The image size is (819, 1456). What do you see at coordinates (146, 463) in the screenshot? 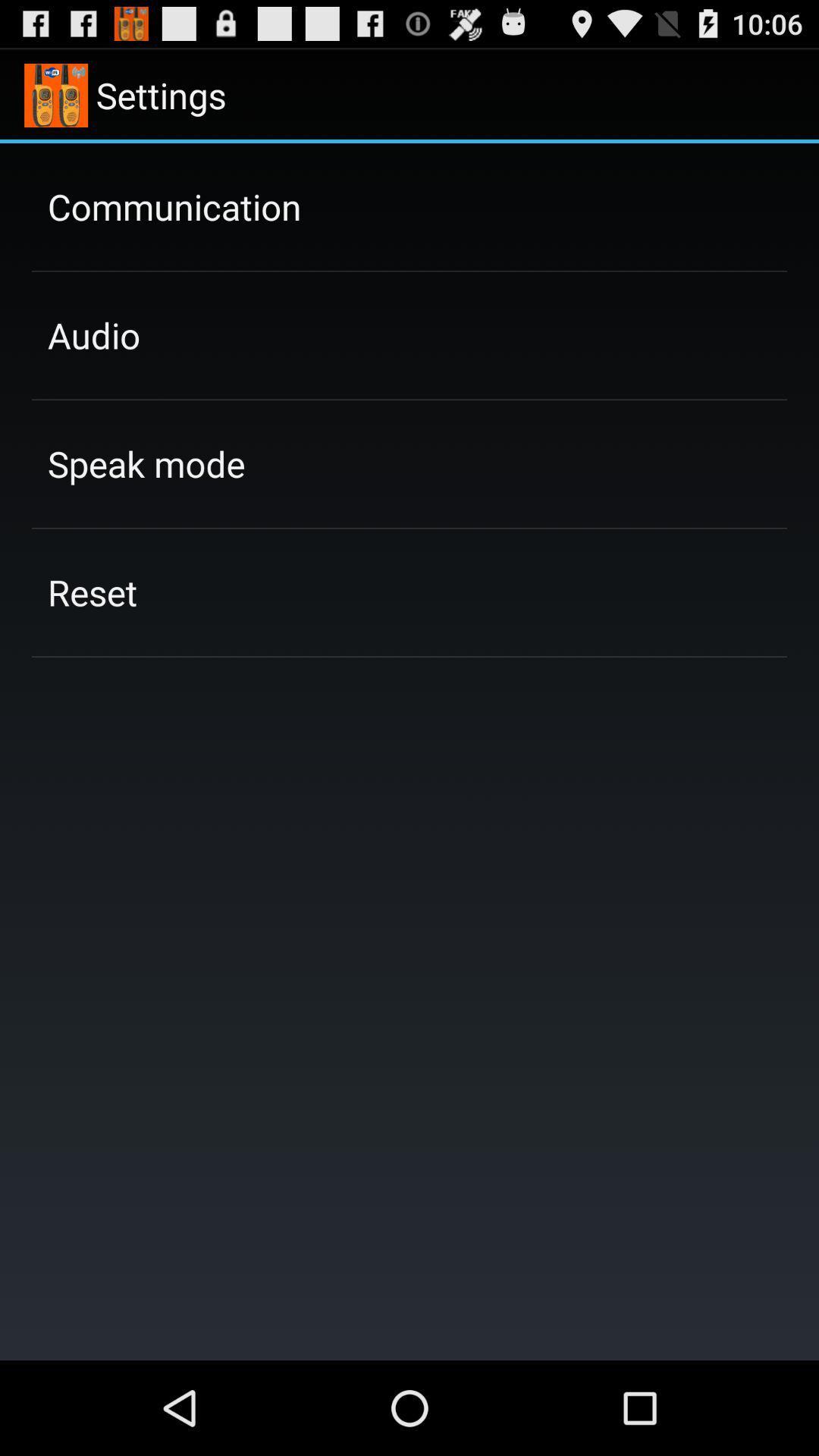
I see `the speak mode item` at bounding box center [146, 463].